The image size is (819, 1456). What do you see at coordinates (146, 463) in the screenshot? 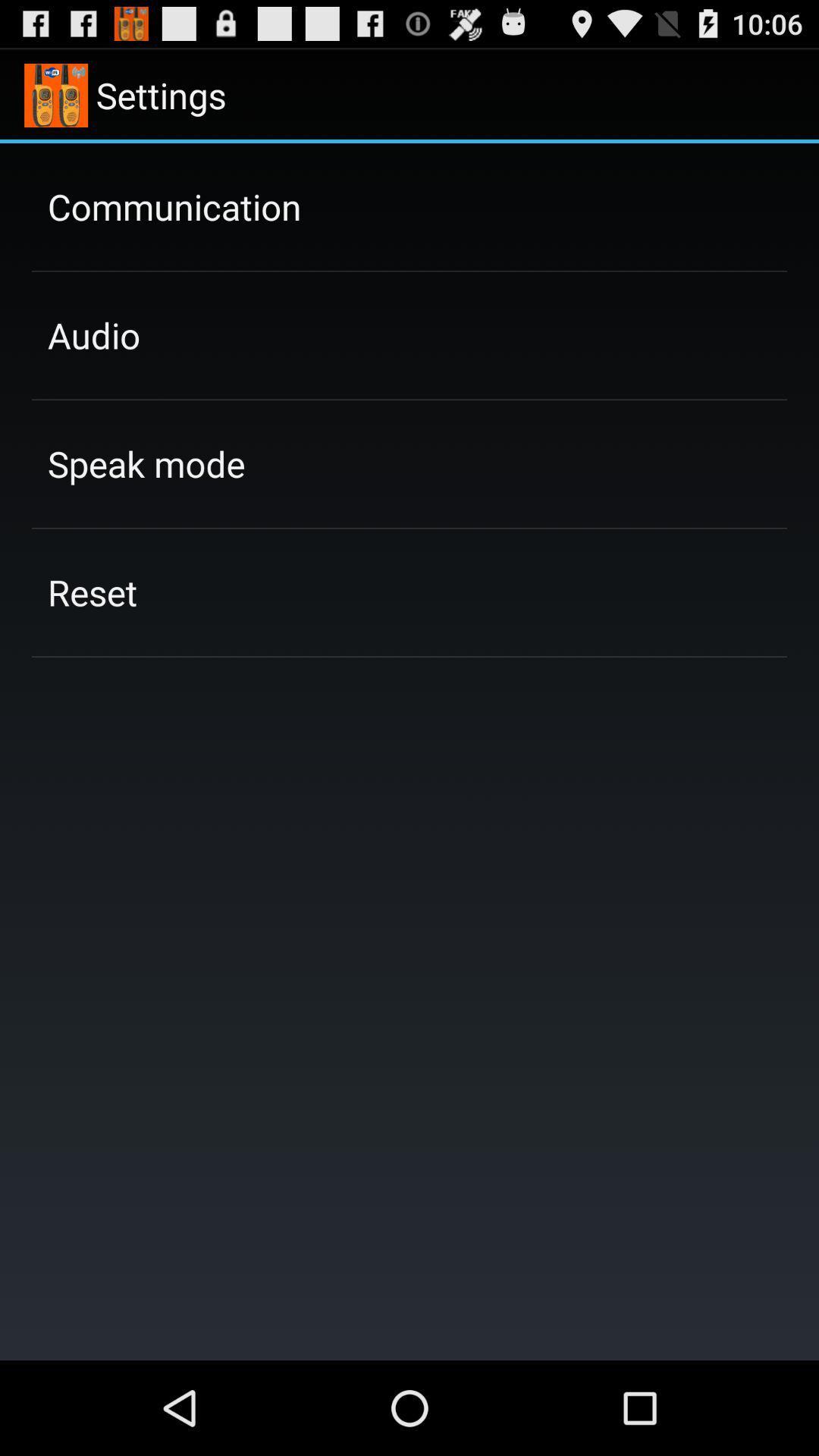
I see `the speak mode item` at bounding box center [146, 463].